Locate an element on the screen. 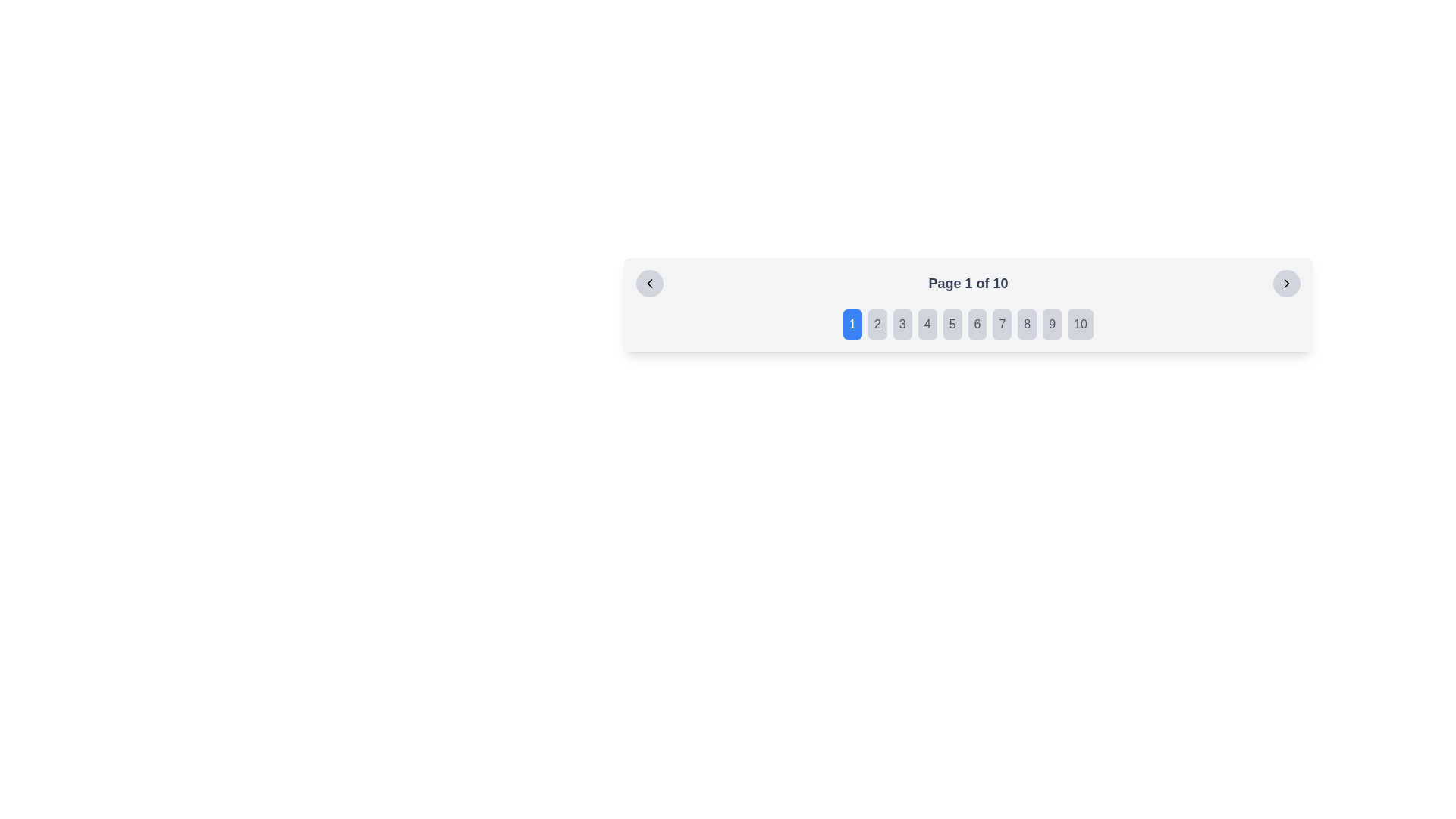 This screenshot has height=819, width=1456. the circular button containing the SVG icon for navigating to the next page in the pagination control bar to trigger hover effects is located at coordinates (1285, 284).